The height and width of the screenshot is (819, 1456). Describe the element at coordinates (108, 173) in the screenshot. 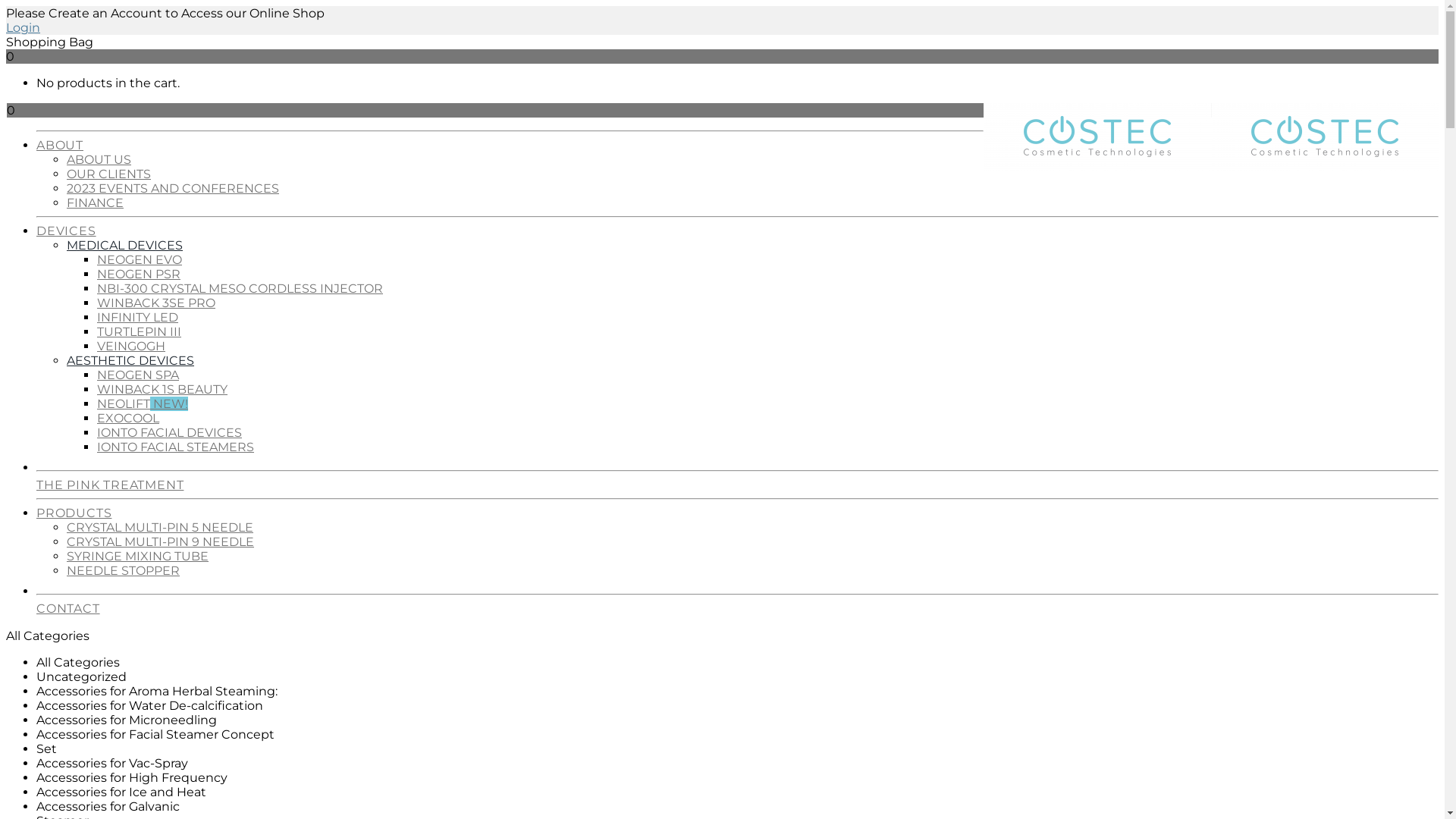

I see `'OUR CLIENTS'` at that location.